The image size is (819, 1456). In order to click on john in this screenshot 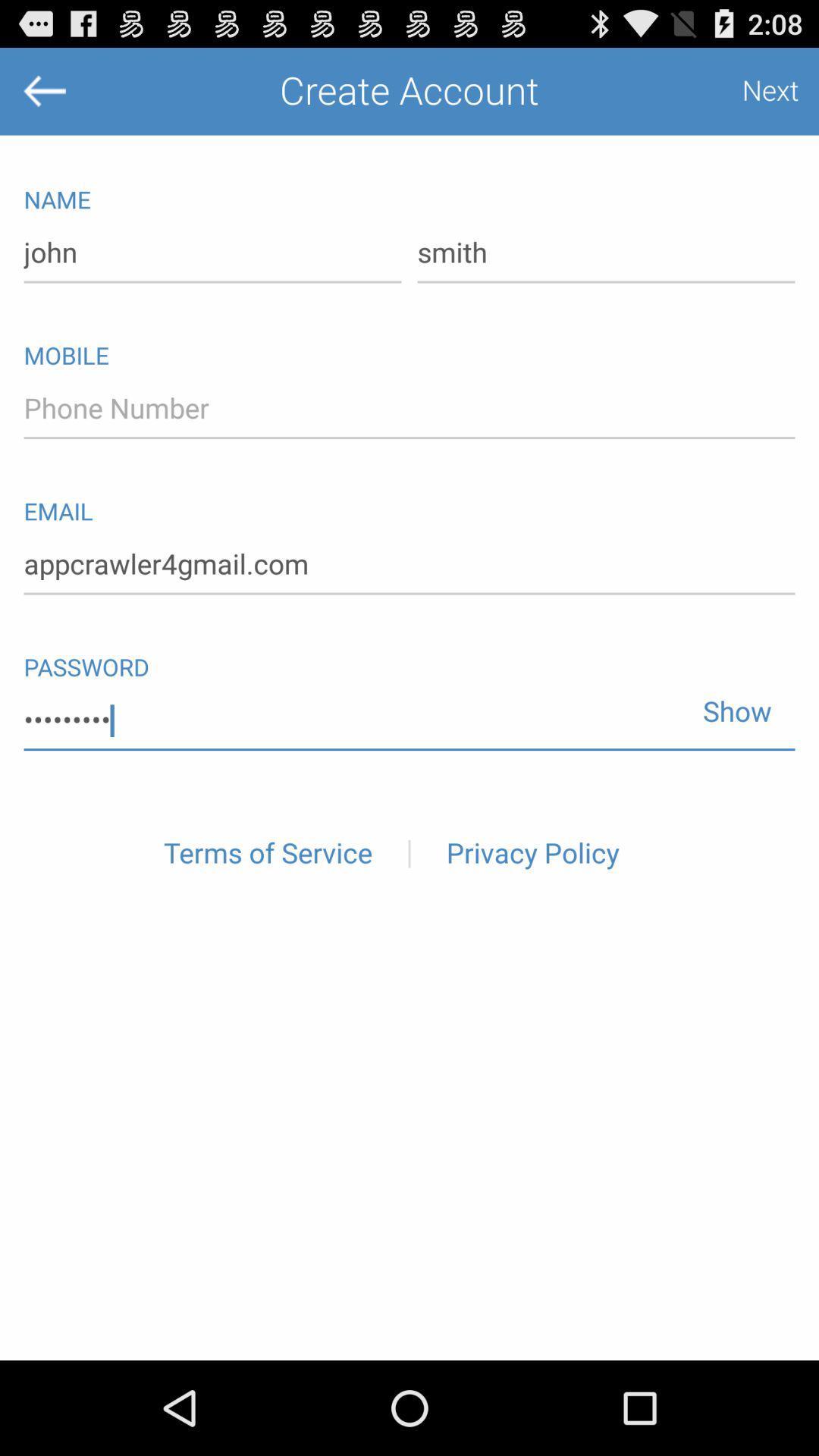, I will do `click(212, 253)`.